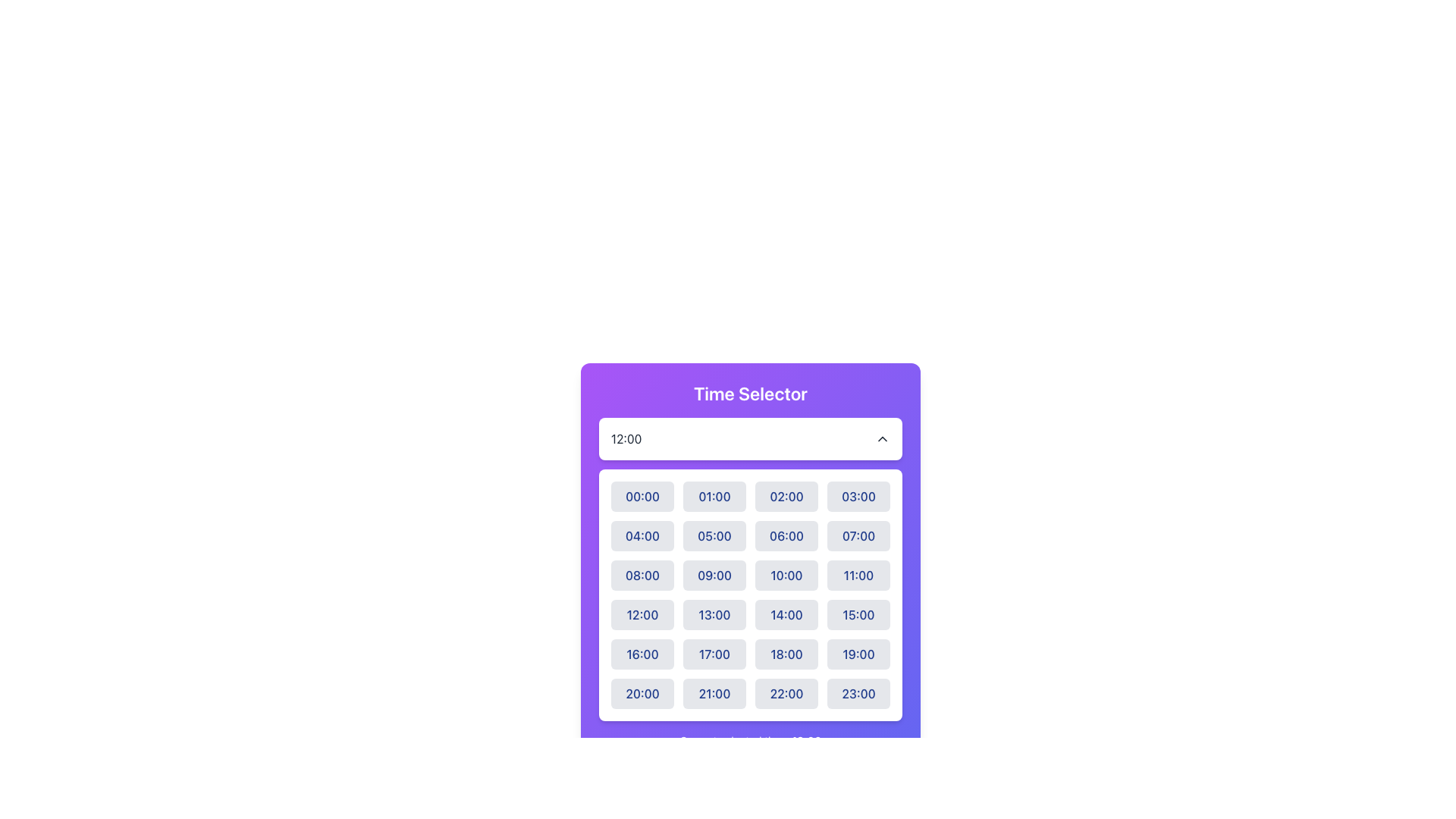 Image resolution: width=1456 pixels, height=819 pixels. Describe the element at coordinates (714, 576) in the screenshot. I see `the button displaying '09:00' with a blue font on a light gray background` at that location.